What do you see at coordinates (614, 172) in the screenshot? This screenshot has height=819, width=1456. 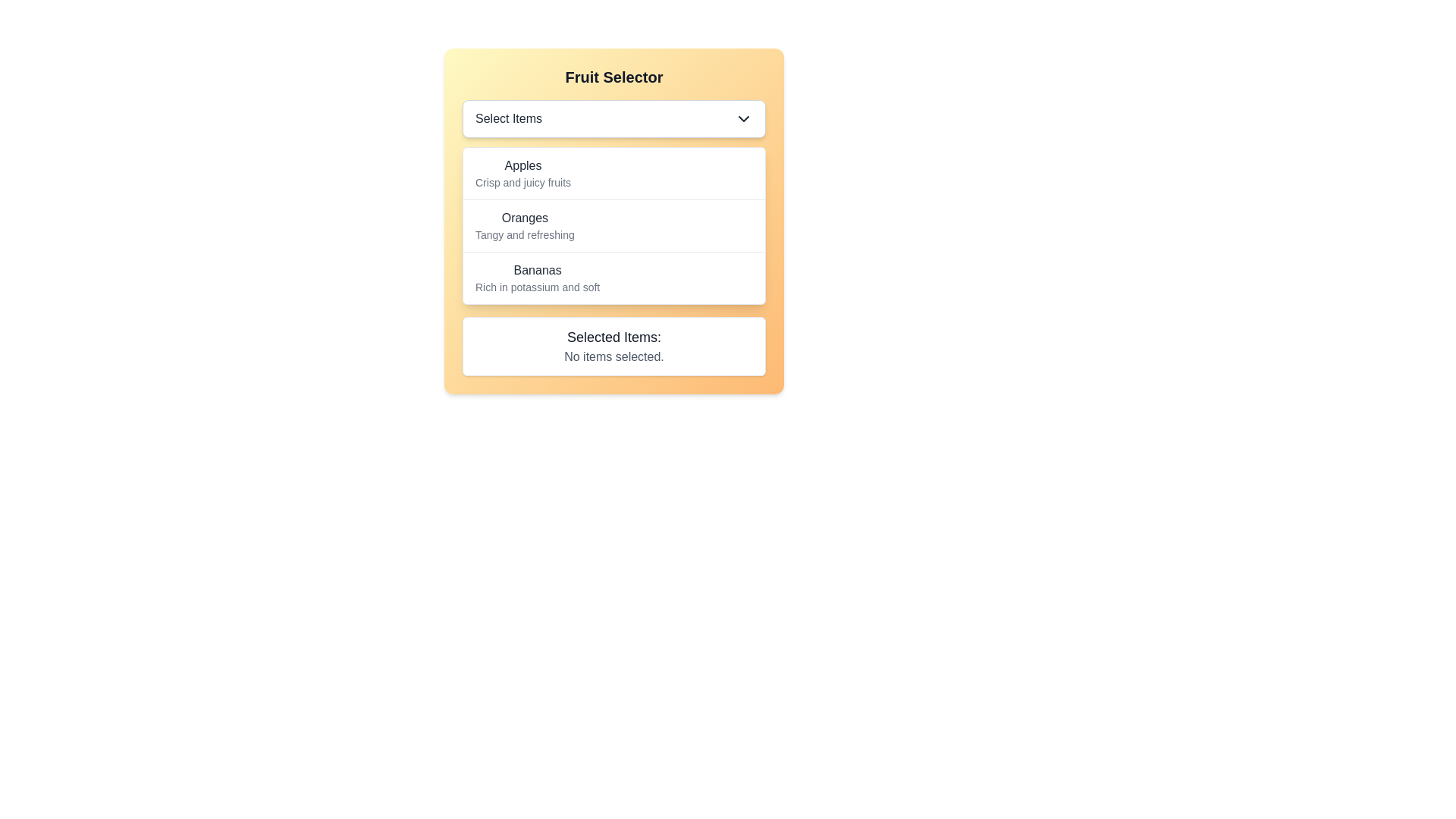 I see `the first list item labeled 'Apples'` at bounding box center [614, 172].